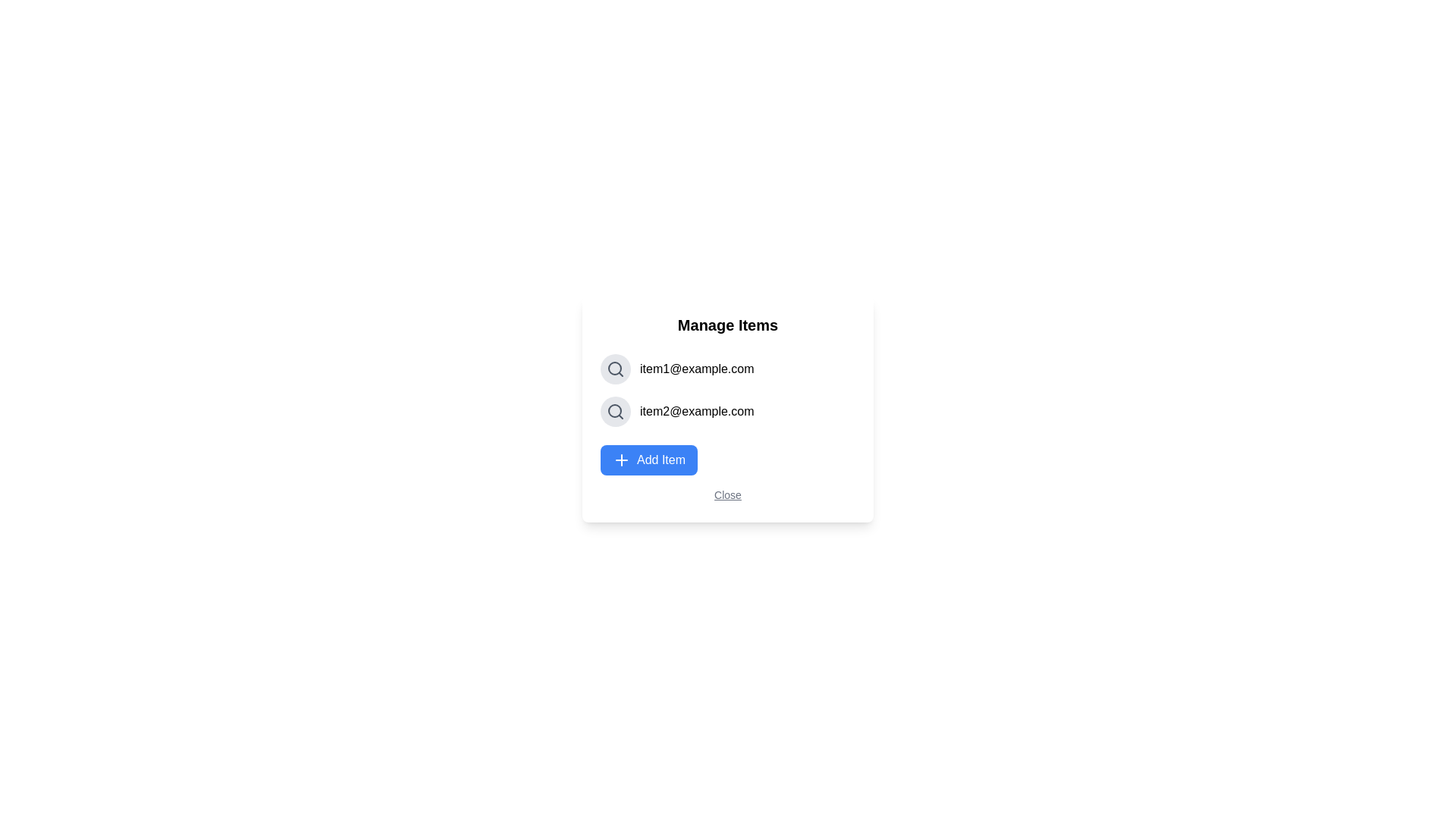  I want to click on search icon next to the first item, so click(615, 369).